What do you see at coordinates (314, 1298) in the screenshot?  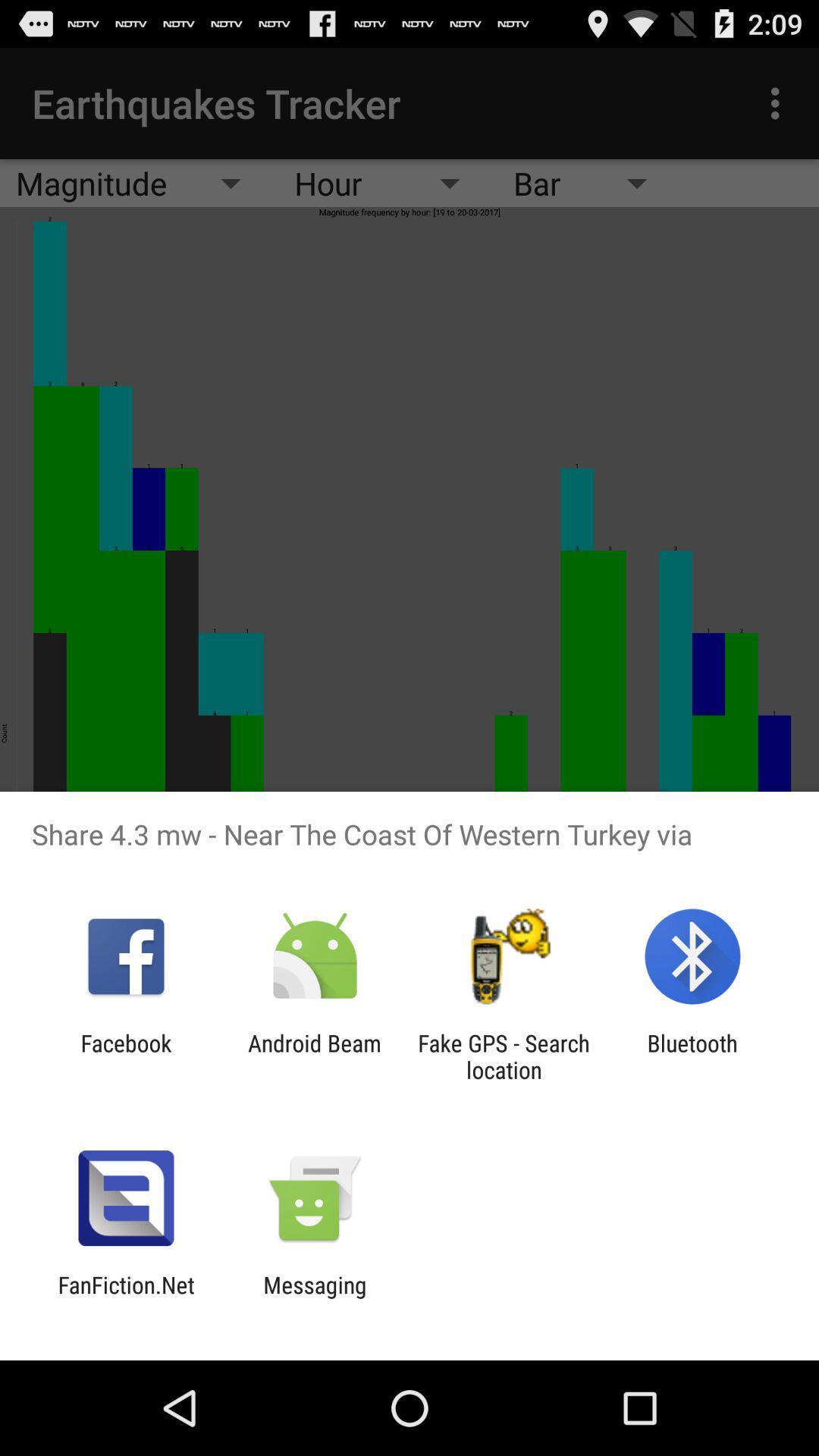 I see `the messaging` at bounding box center [314, 1298].